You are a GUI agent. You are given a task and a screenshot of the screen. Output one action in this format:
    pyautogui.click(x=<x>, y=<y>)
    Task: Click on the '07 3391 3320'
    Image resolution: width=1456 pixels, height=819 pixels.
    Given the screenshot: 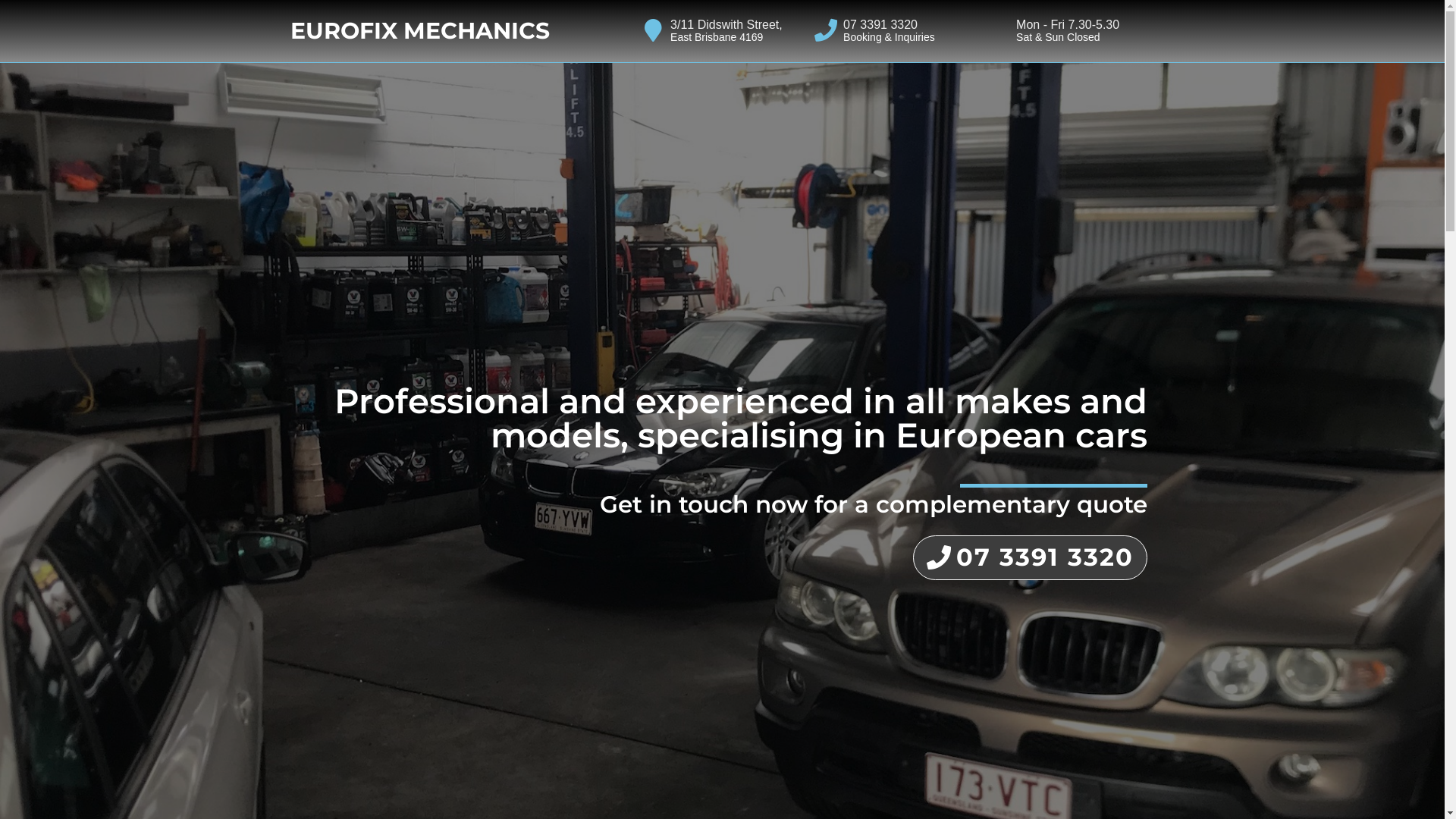 What is the action you would take?
    pyautogui.click(x=1030, y=557)
    